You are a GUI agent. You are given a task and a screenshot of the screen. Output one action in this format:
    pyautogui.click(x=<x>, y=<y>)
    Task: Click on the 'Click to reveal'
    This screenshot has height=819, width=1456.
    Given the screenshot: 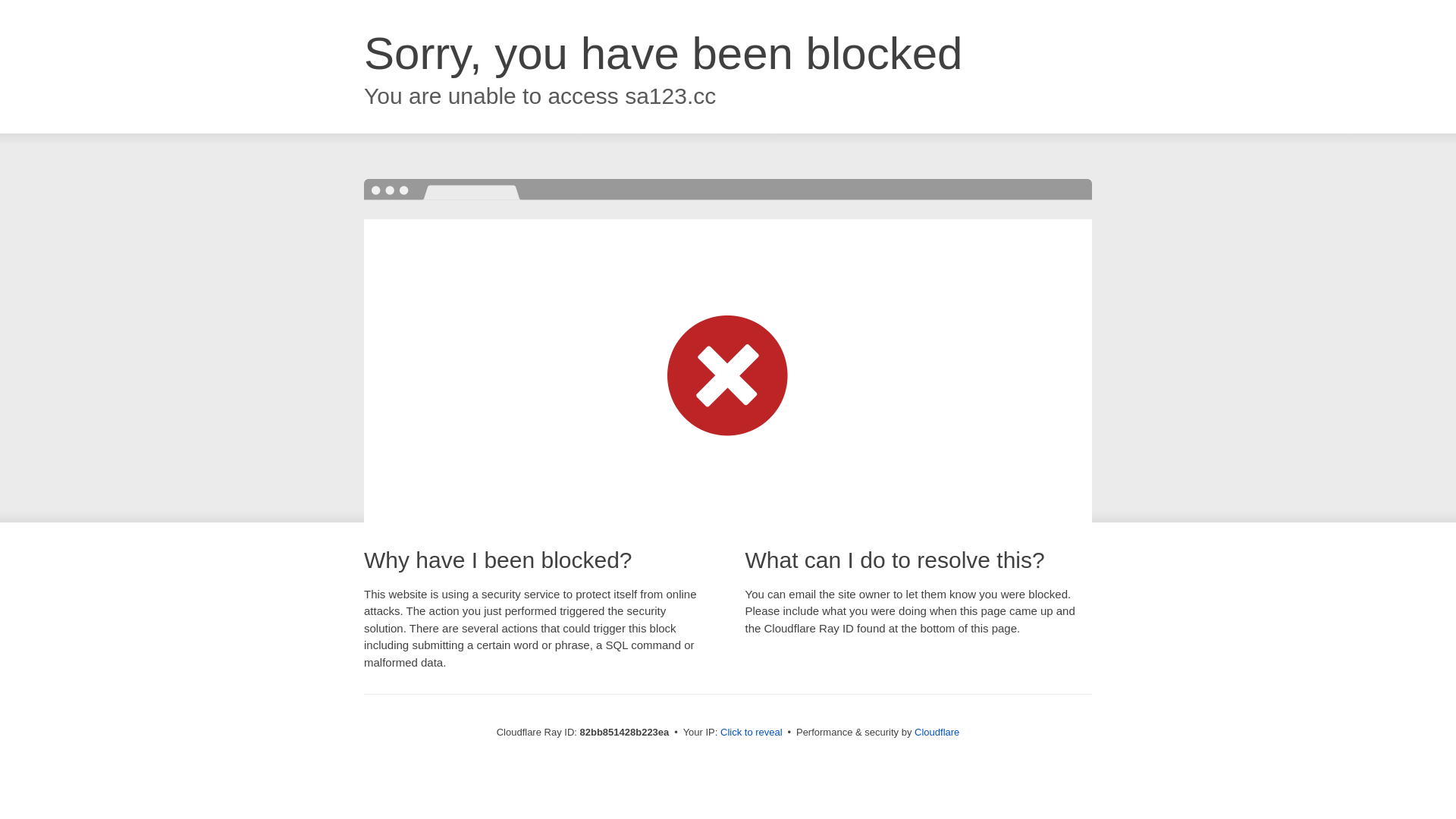 What is the action you would take?
    pyautogui.click(x=751, y=731)
    